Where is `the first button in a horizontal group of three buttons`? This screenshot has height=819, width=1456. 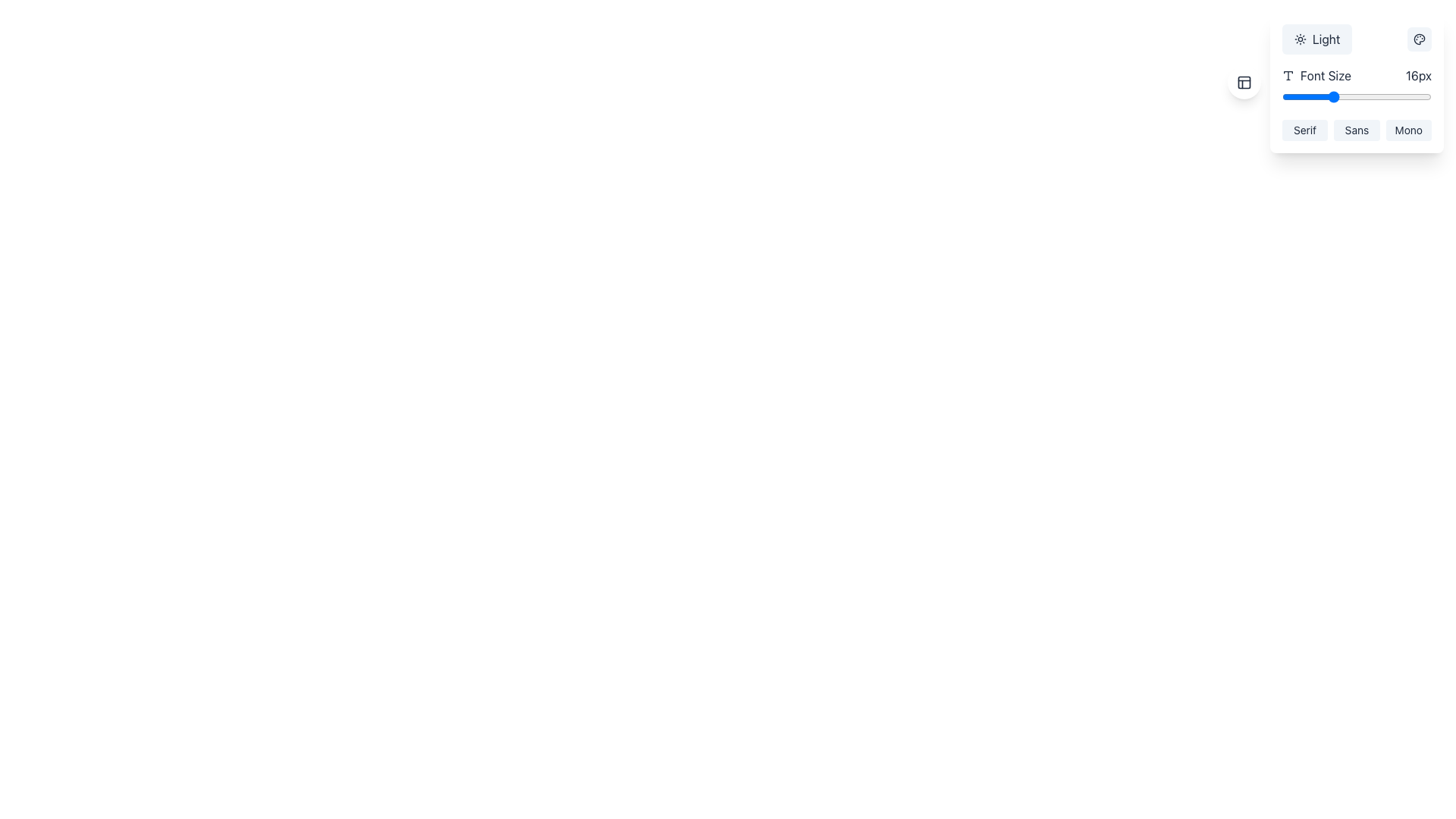
the first button in a horizontal group of three buttons is located at coordinates (1304, 130).